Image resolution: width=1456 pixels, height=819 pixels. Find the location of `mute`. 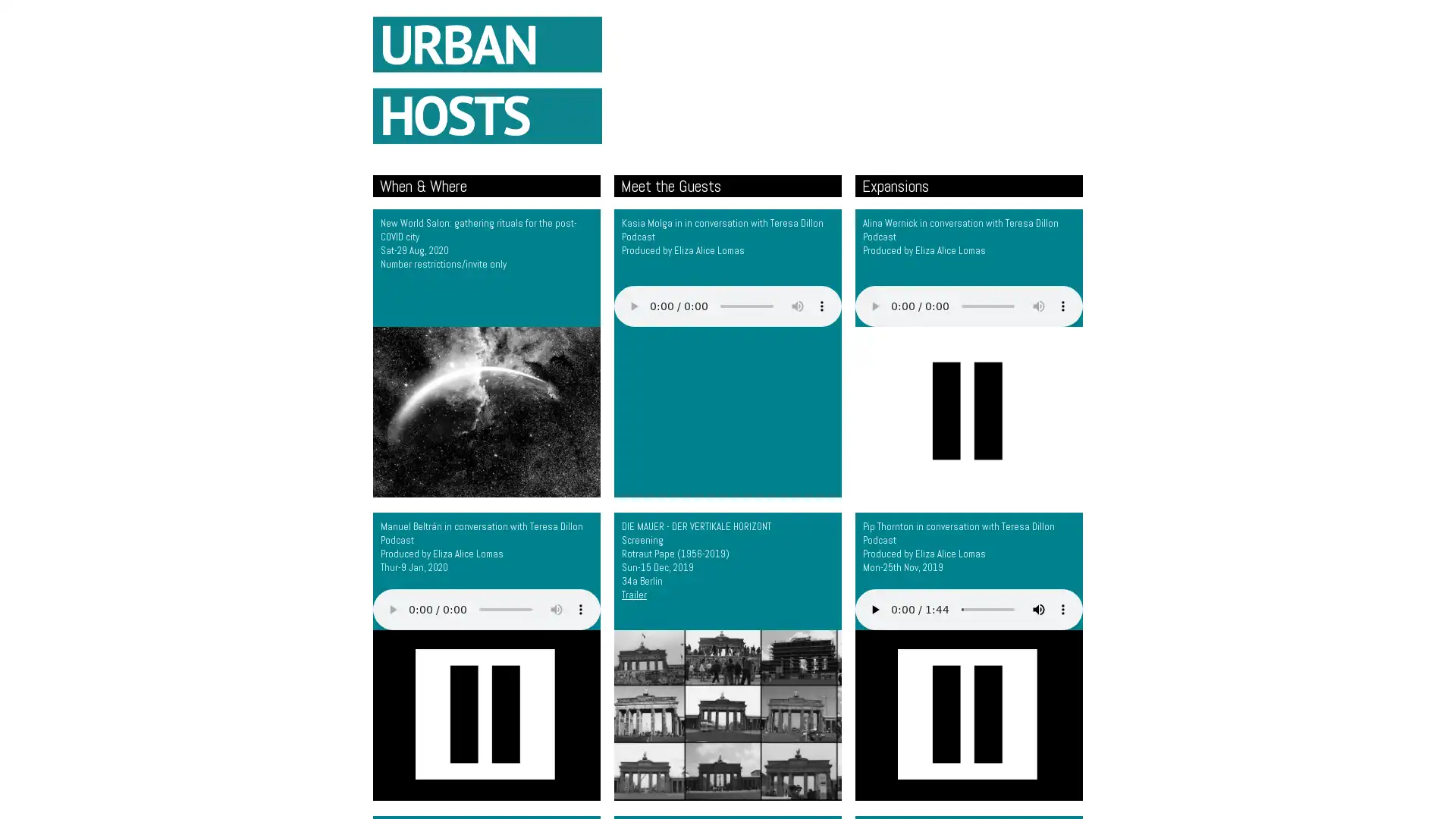

mute is located at coordinates (796, 306).